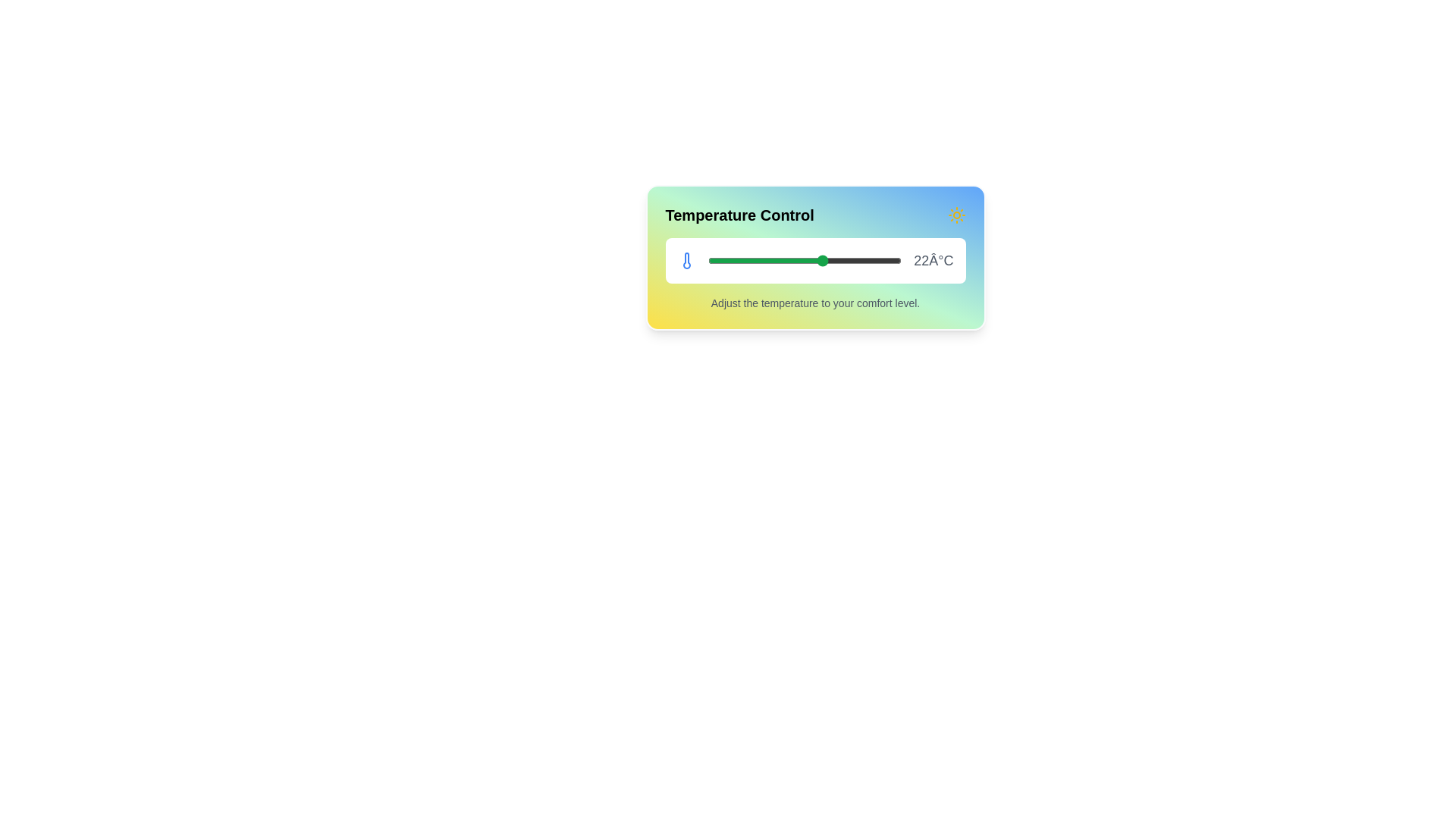 Image resolution: width=1456 pixels, height=819 pixels. What do you see at coordinates (872, 256) in the screenshot?
I see `the temperature` at bounding box center [872, 256].